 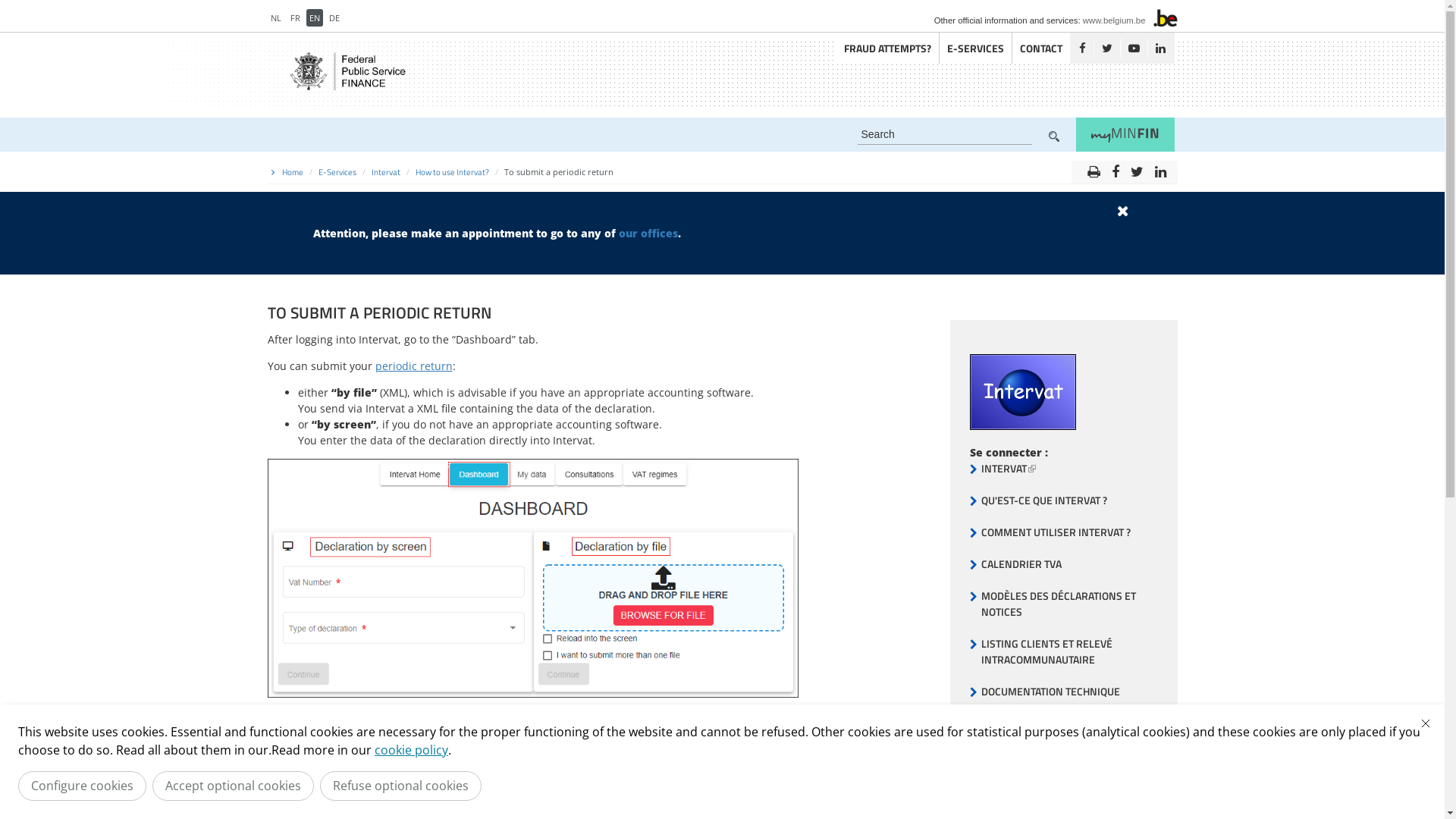 What do you see at coordinates (325, 17) in the screenshot?
I see `'DE'` at bounding box center [325, 17].